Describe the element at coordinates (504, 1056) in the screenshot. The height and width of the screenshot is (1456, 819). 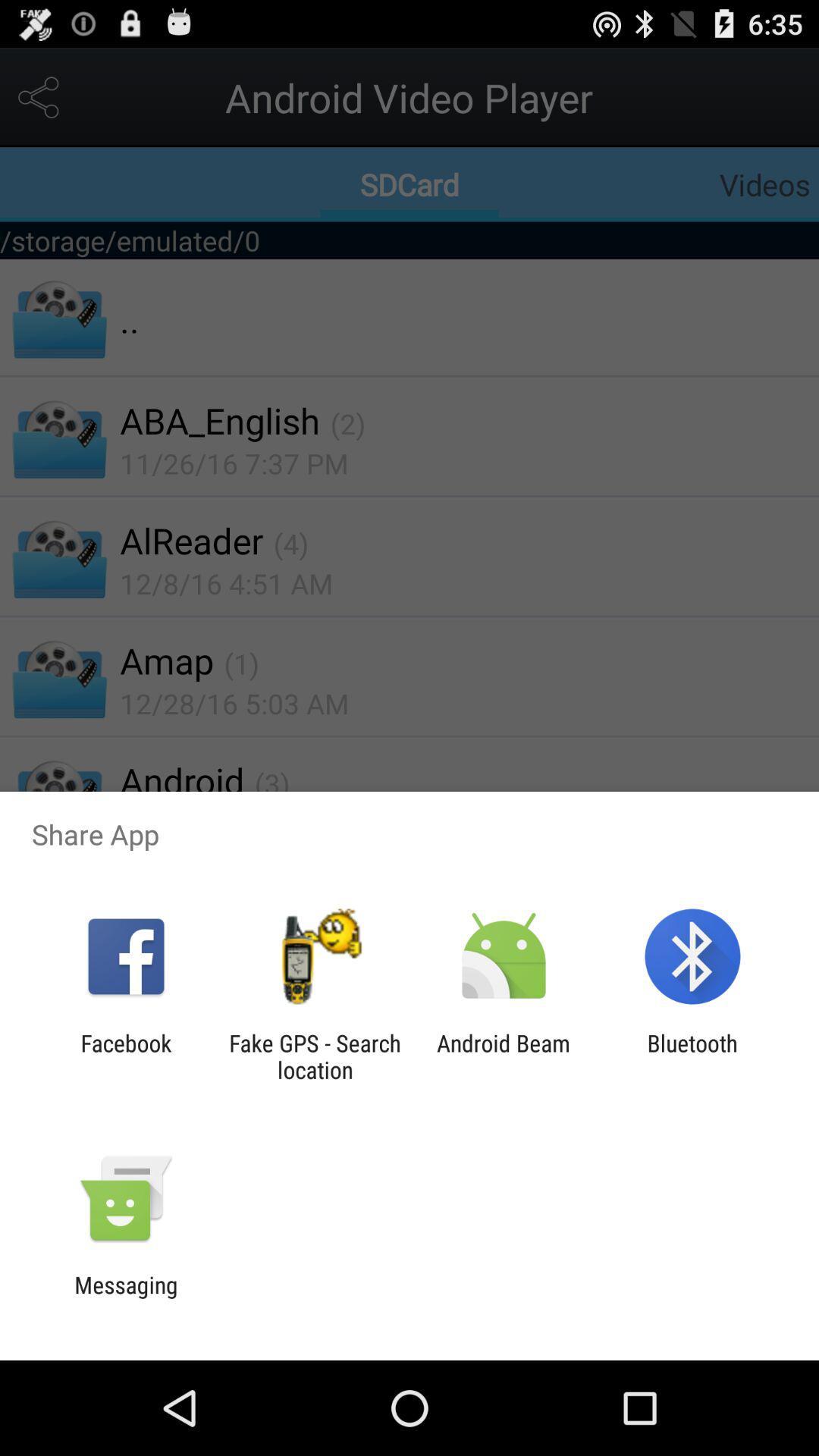
I see `the android beam` at that location.